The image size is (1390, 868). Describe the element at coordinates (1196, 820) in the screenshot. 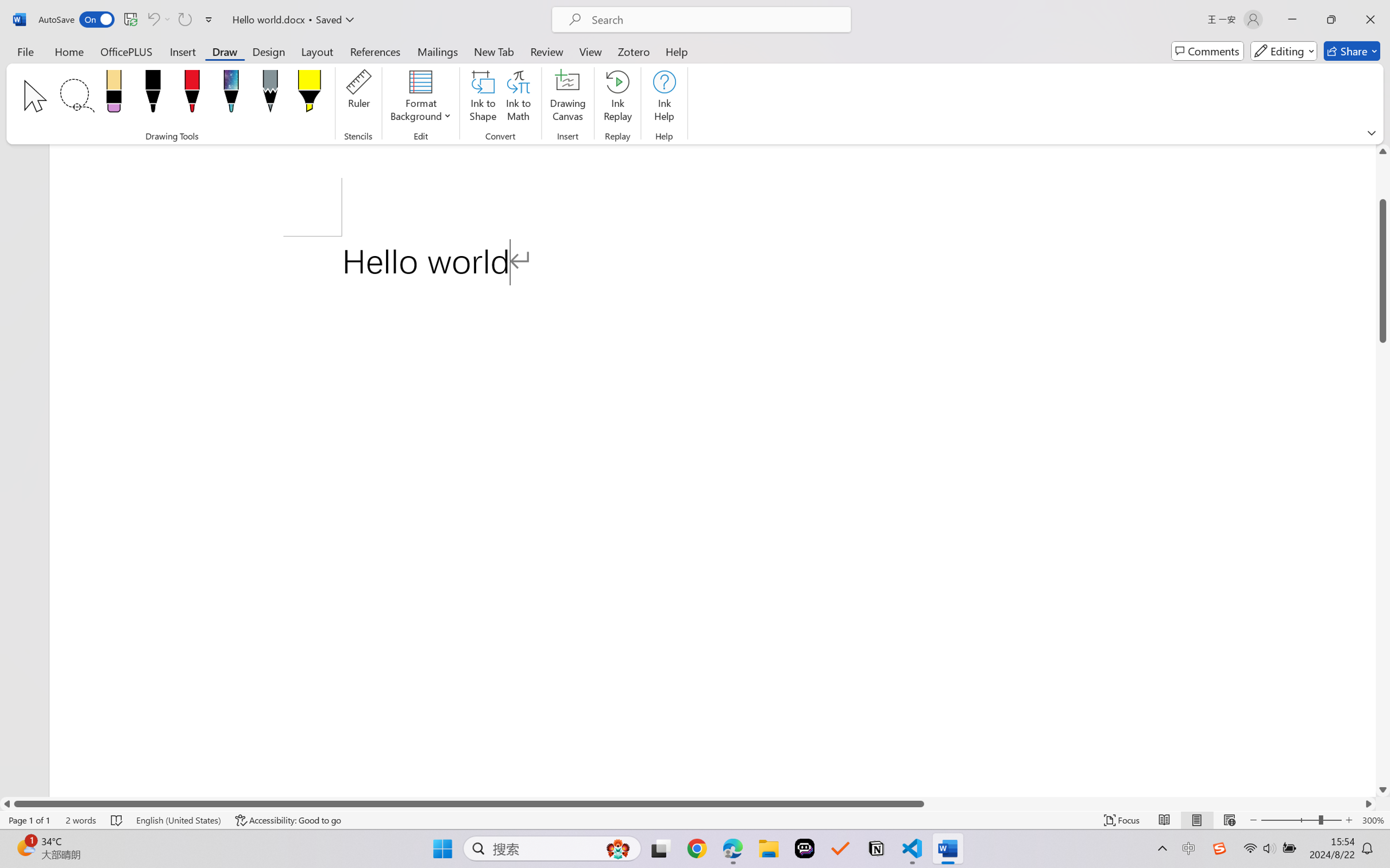

I see `'Print Layout'` at that location.